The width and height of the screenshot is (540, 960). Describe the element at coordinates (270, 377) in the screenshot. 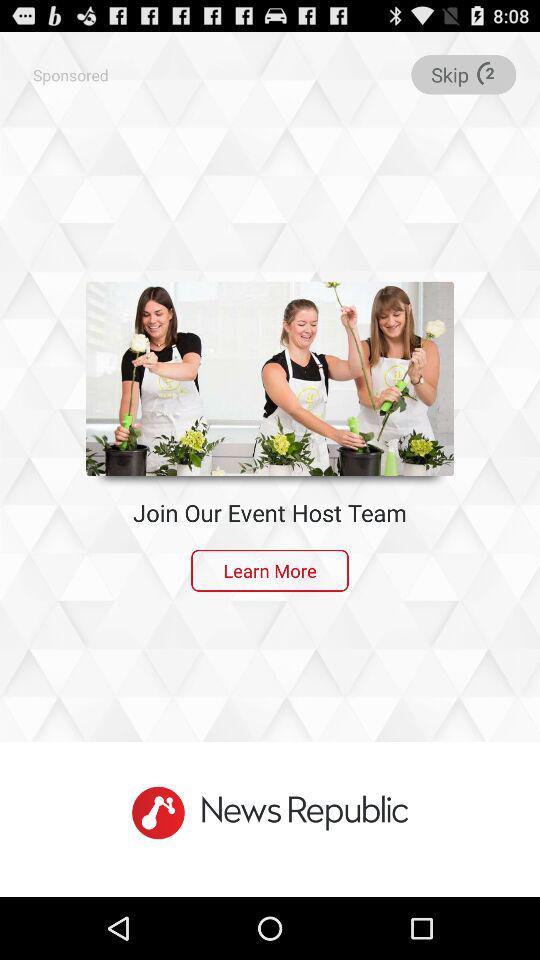

I see `open advertisement` at that location.